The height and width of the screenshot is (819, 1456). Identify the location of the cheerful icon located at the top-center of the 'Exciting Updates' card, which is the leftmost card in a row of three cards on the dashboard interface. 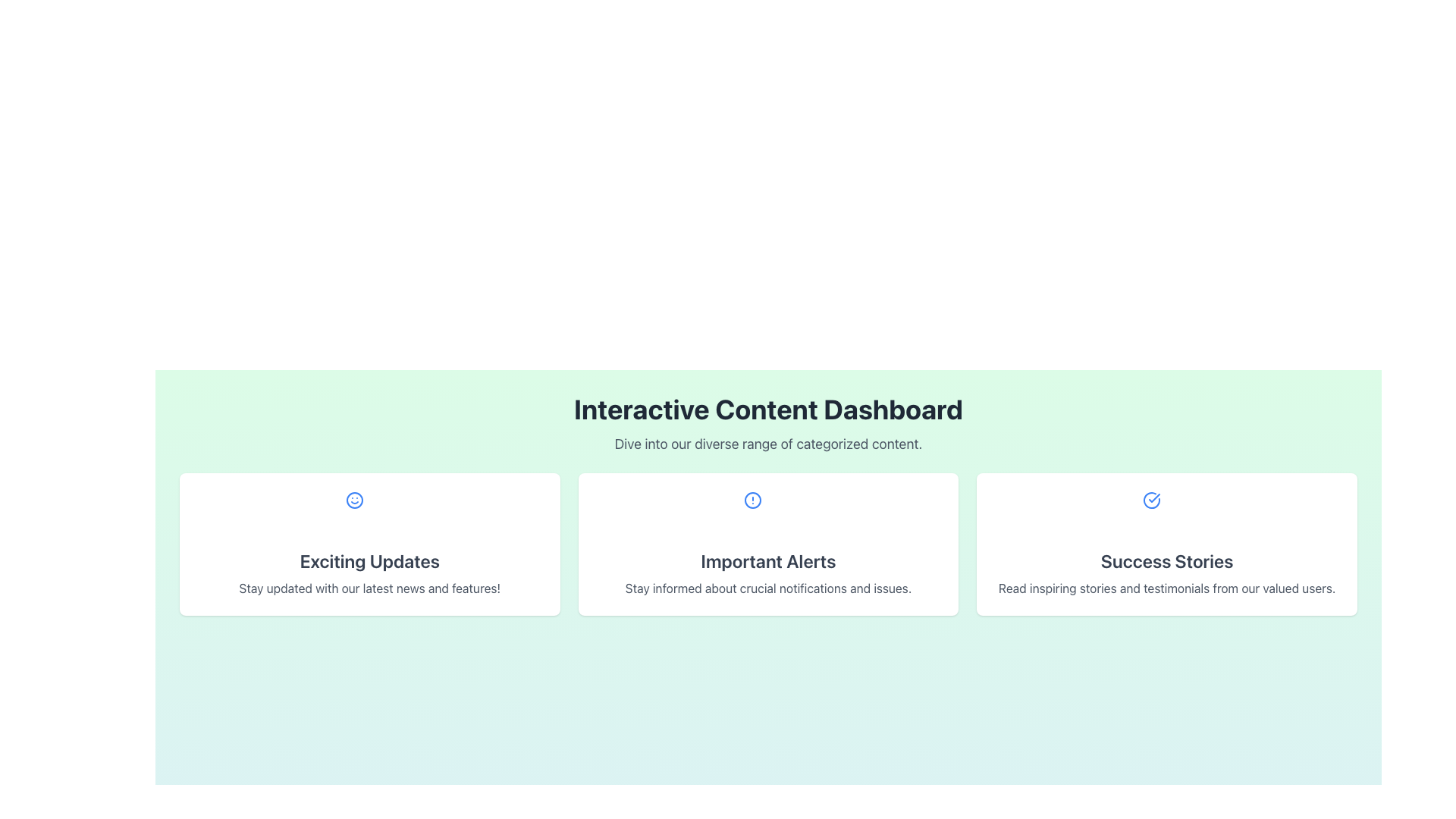
(353, 500).